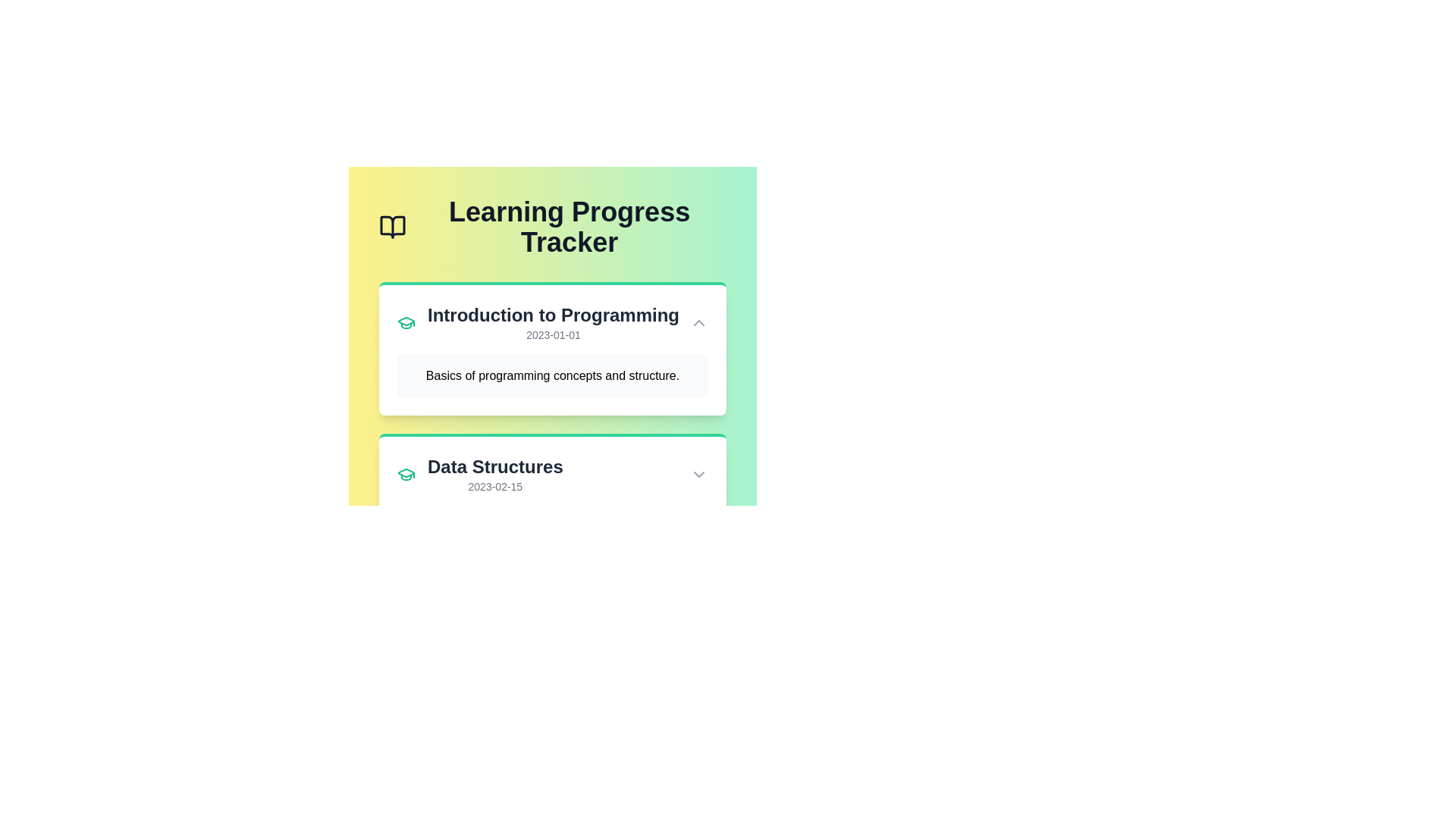 The height and width of the screenshot is (819, 1456). Describe the element at coordinates (479, 473) in the screenshot. I see `the icon of the 'Data Structures' learning module, which is the second entry in the Learning Progress Tracker section, to interact with it` at that location.